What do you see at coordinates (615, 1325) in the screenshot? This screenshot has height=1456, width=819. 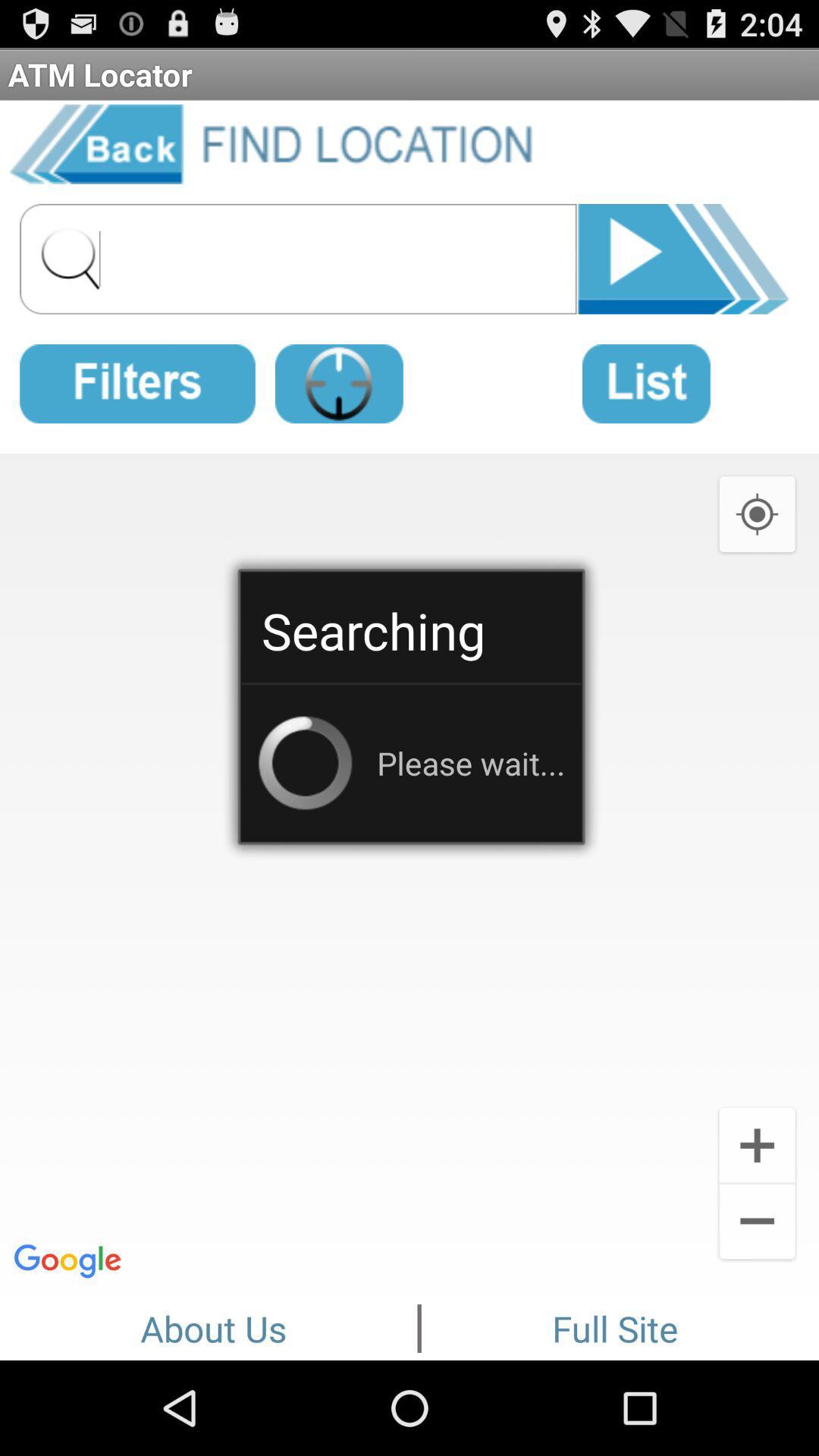 I see `full site app` at bounding box center [615, 1325].